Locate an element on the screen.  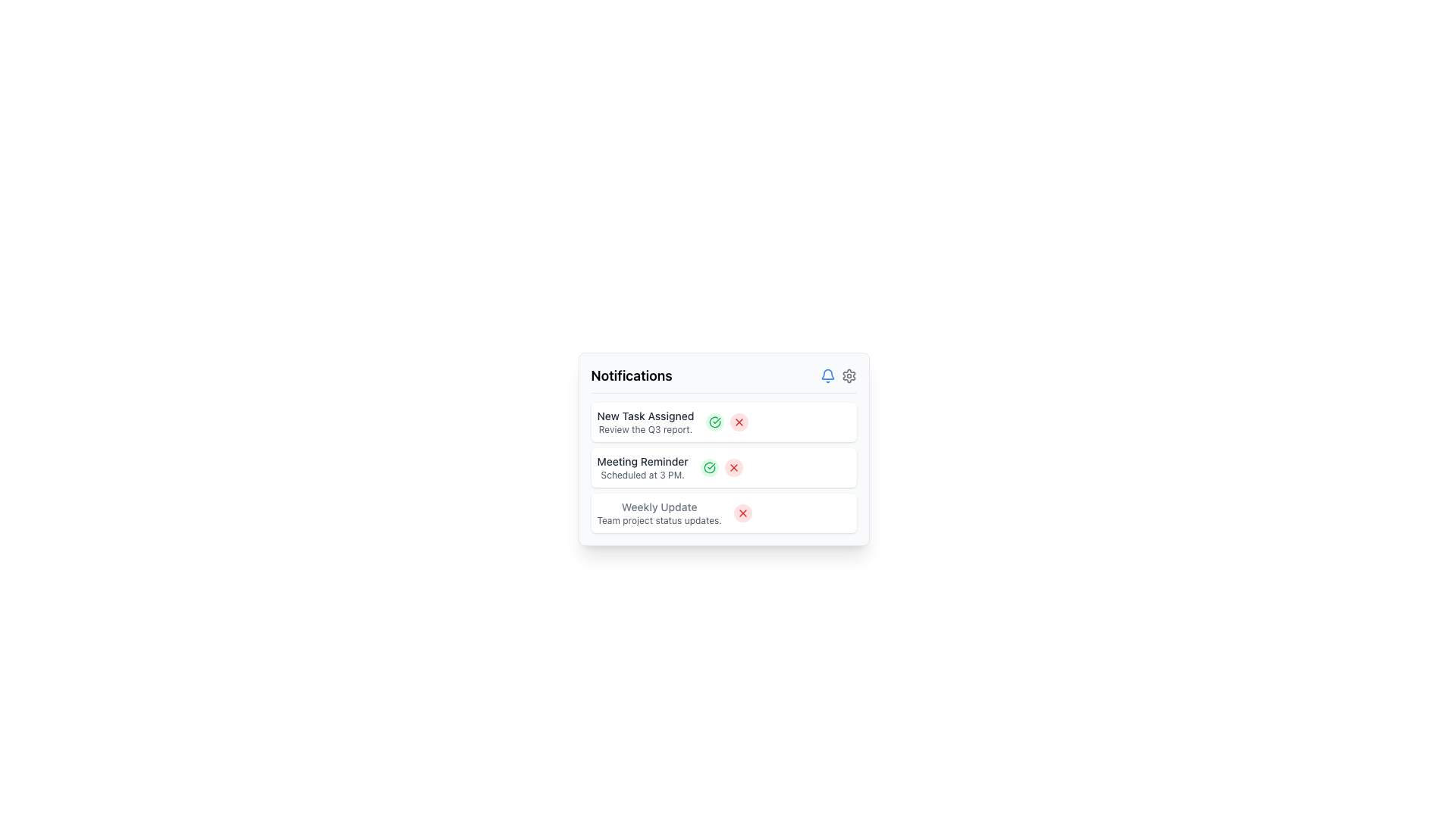
text content of the Text Label/Description Group displaying 'Weekly Update' and 'Team project status updates.' is located at coordinates (659, 513).